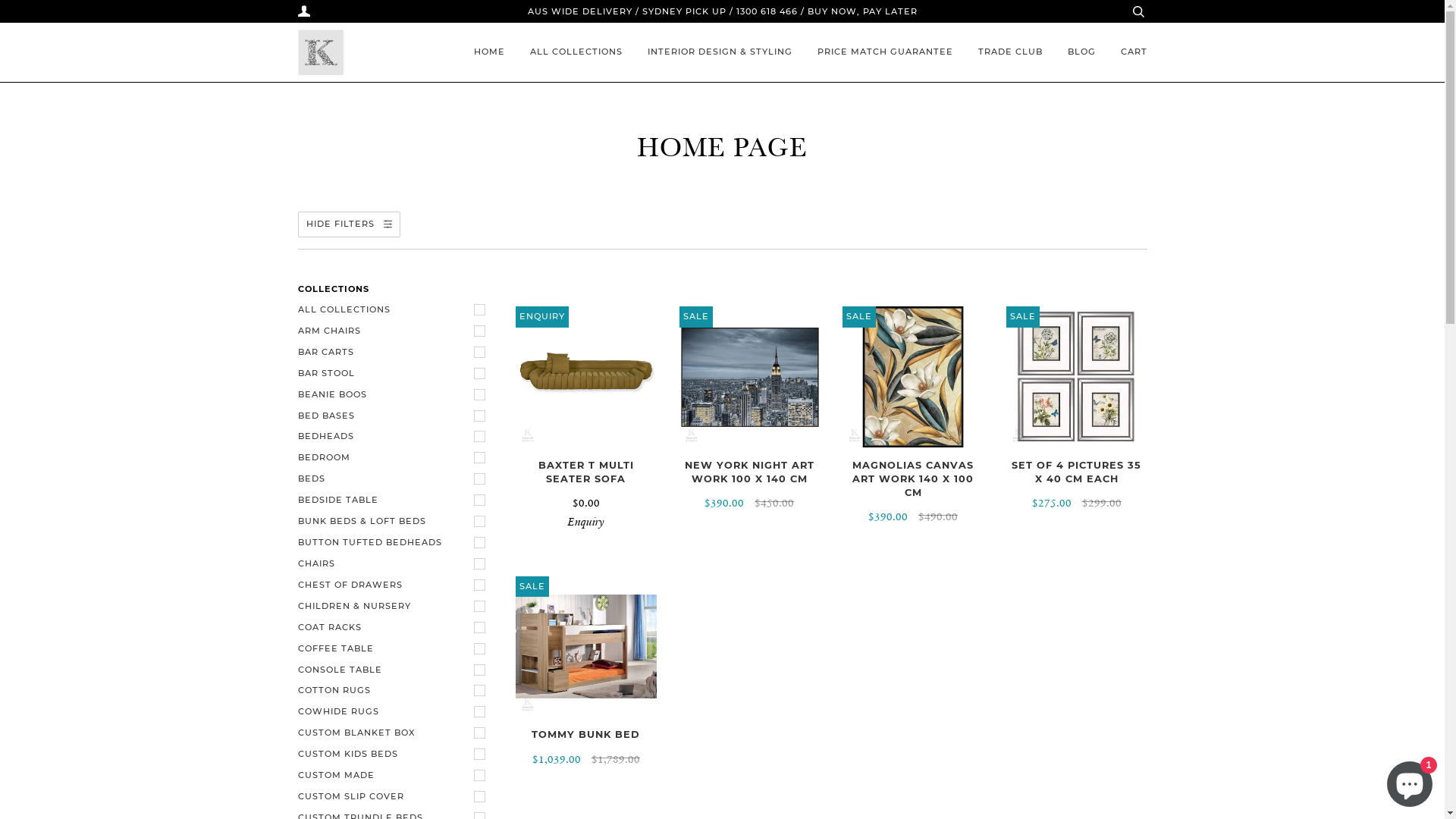 The image size is (1456, 819). I want to click on 'BEDSIDE TABLE', so click(297, 500).